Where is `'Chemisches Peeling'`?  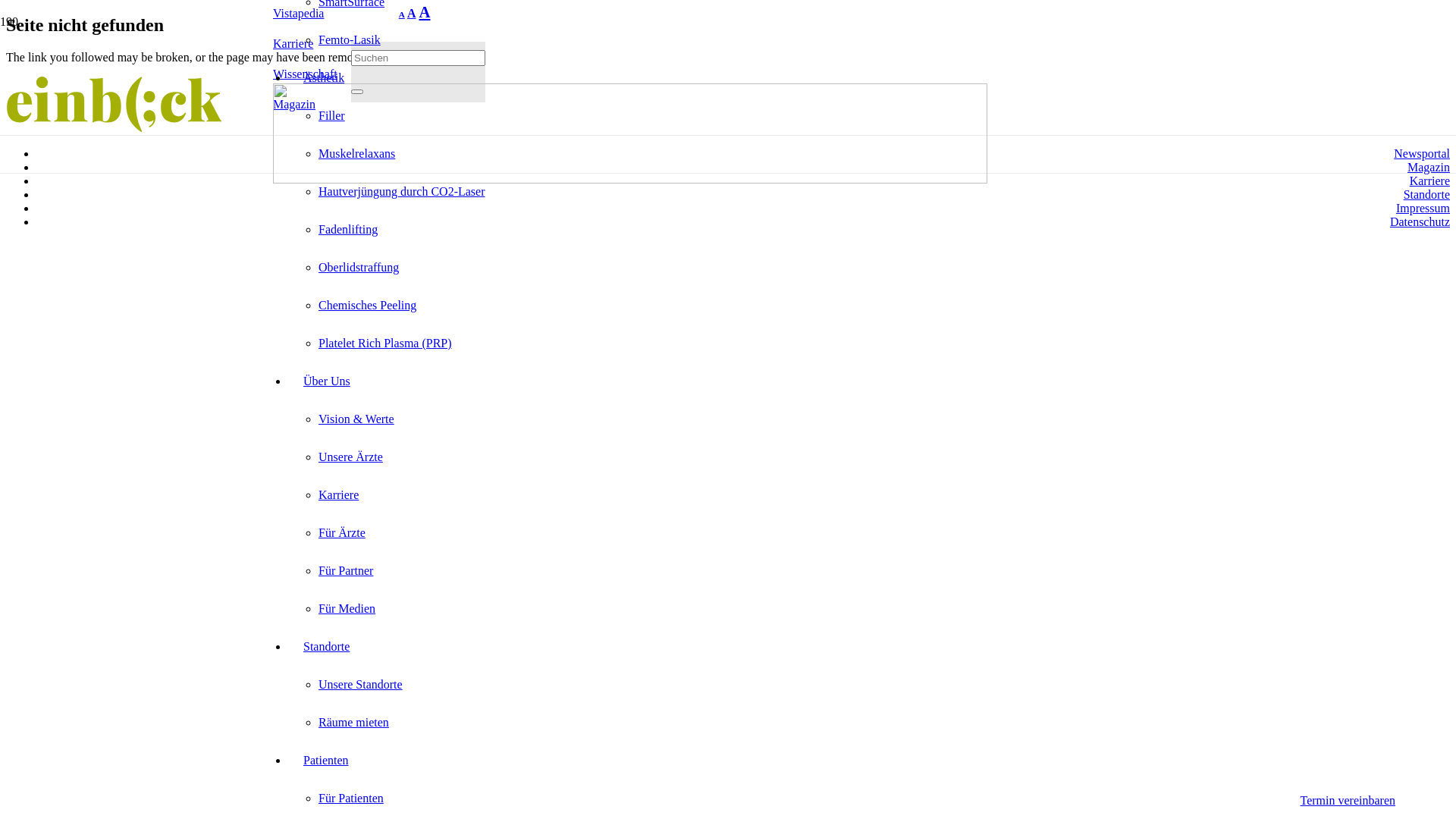 'Chemisches Peeling' is located at coordinates (318, 305).